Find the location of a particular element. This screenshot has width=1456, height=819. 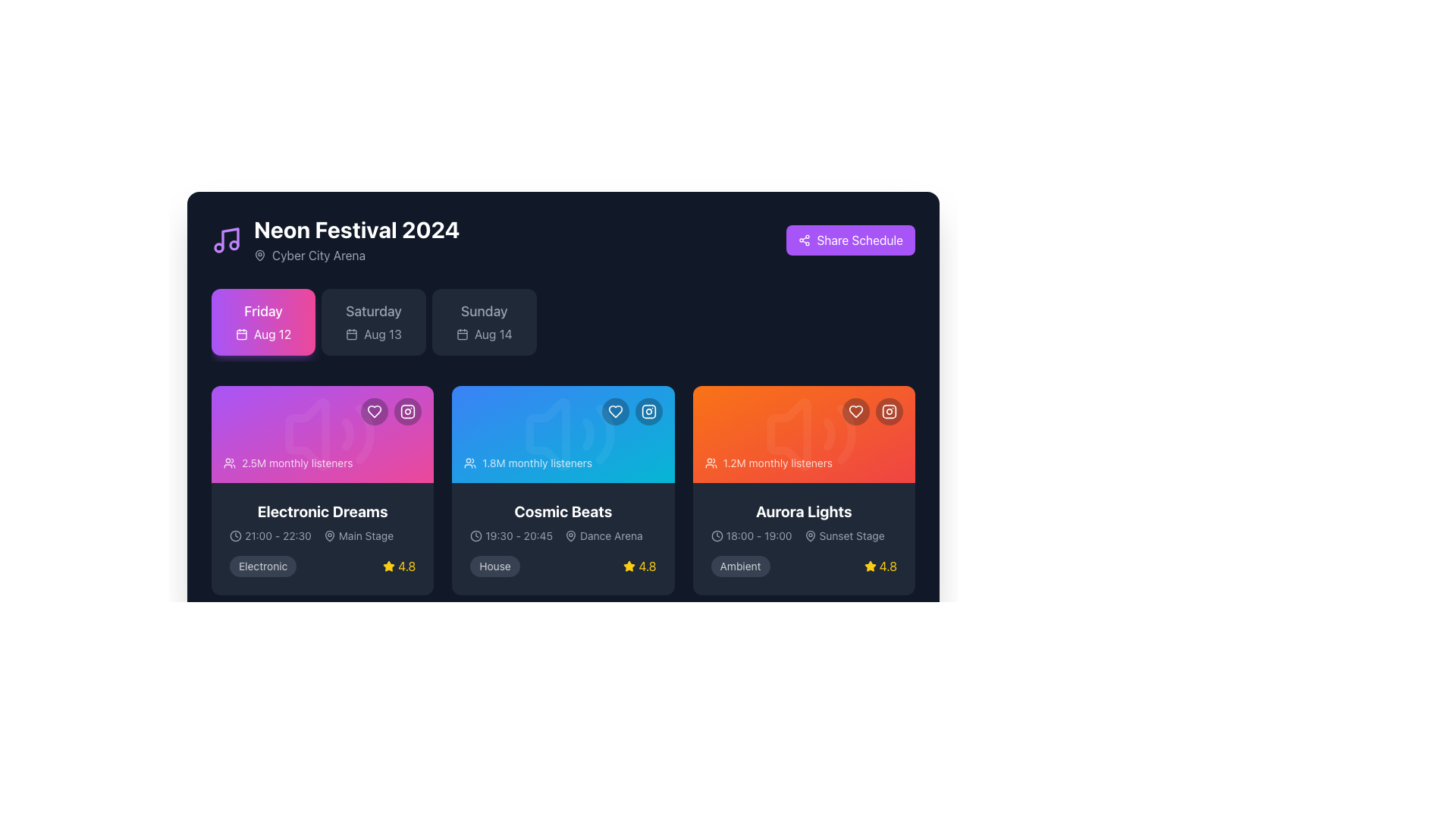

the static text label displaying '18:00 - 19:00' located in the lower-right corner of the 'Aurora Lights' card is located at coordinates (759, 535).